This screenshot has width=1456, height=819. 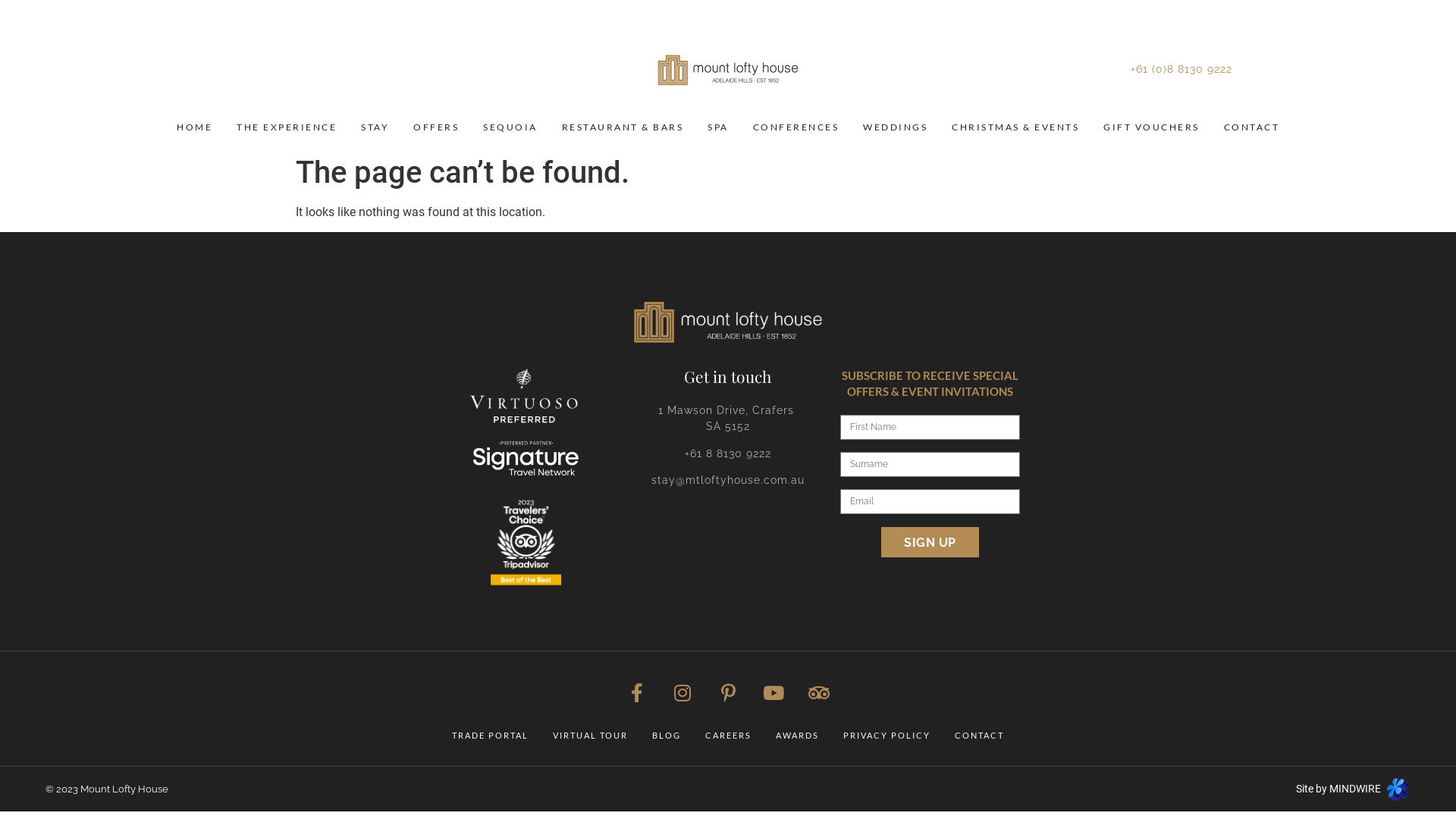 What do you see at coordinates (1252, 126) in the screenshot?
I see `'CONTACT'` at bounding box center [1252, 126].